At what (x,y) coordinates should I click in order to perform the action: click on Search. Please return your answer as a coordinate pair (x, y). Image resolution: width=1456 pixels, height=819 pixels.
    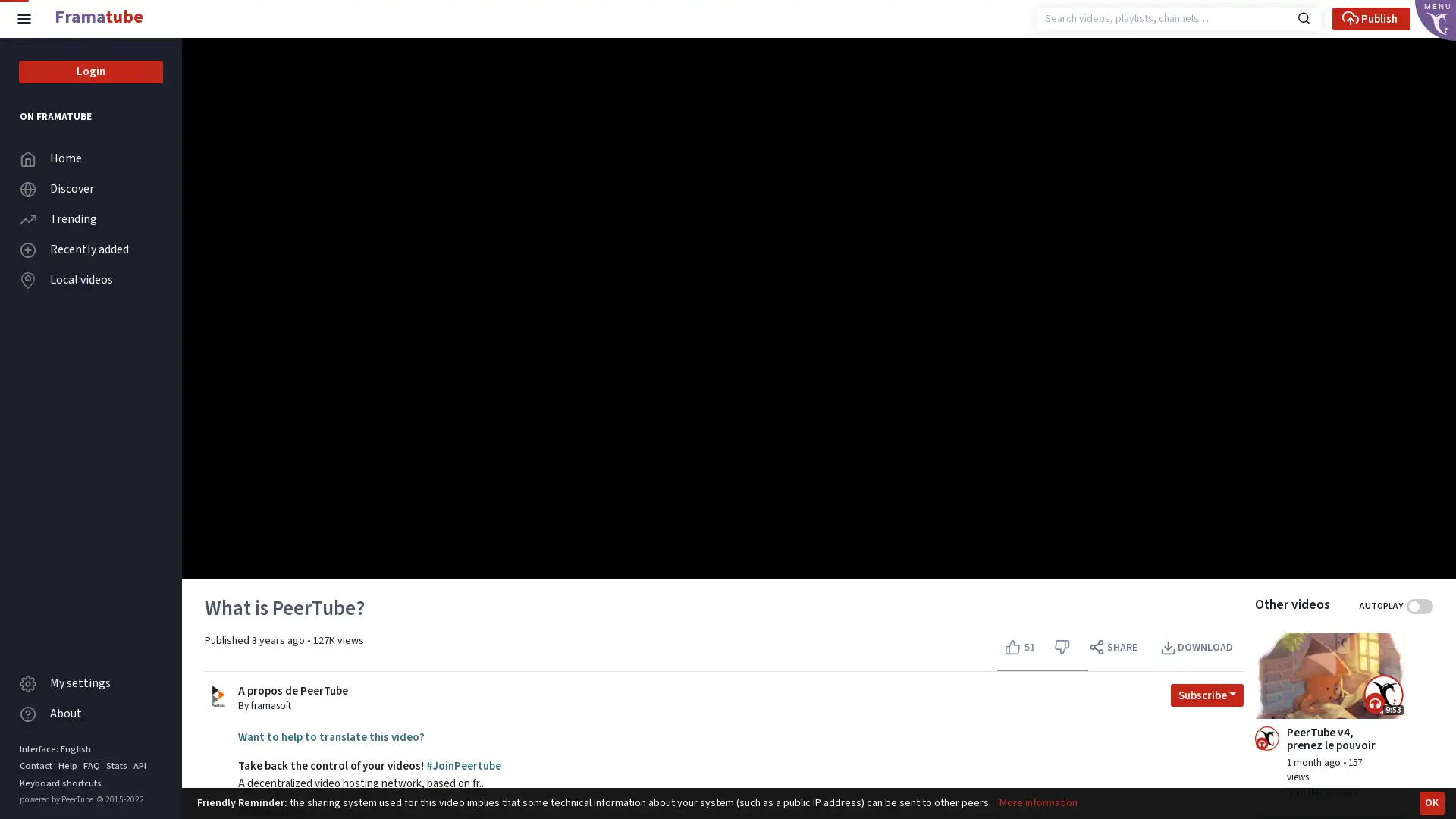
    Looking at the image, I should click on (1303, 17).